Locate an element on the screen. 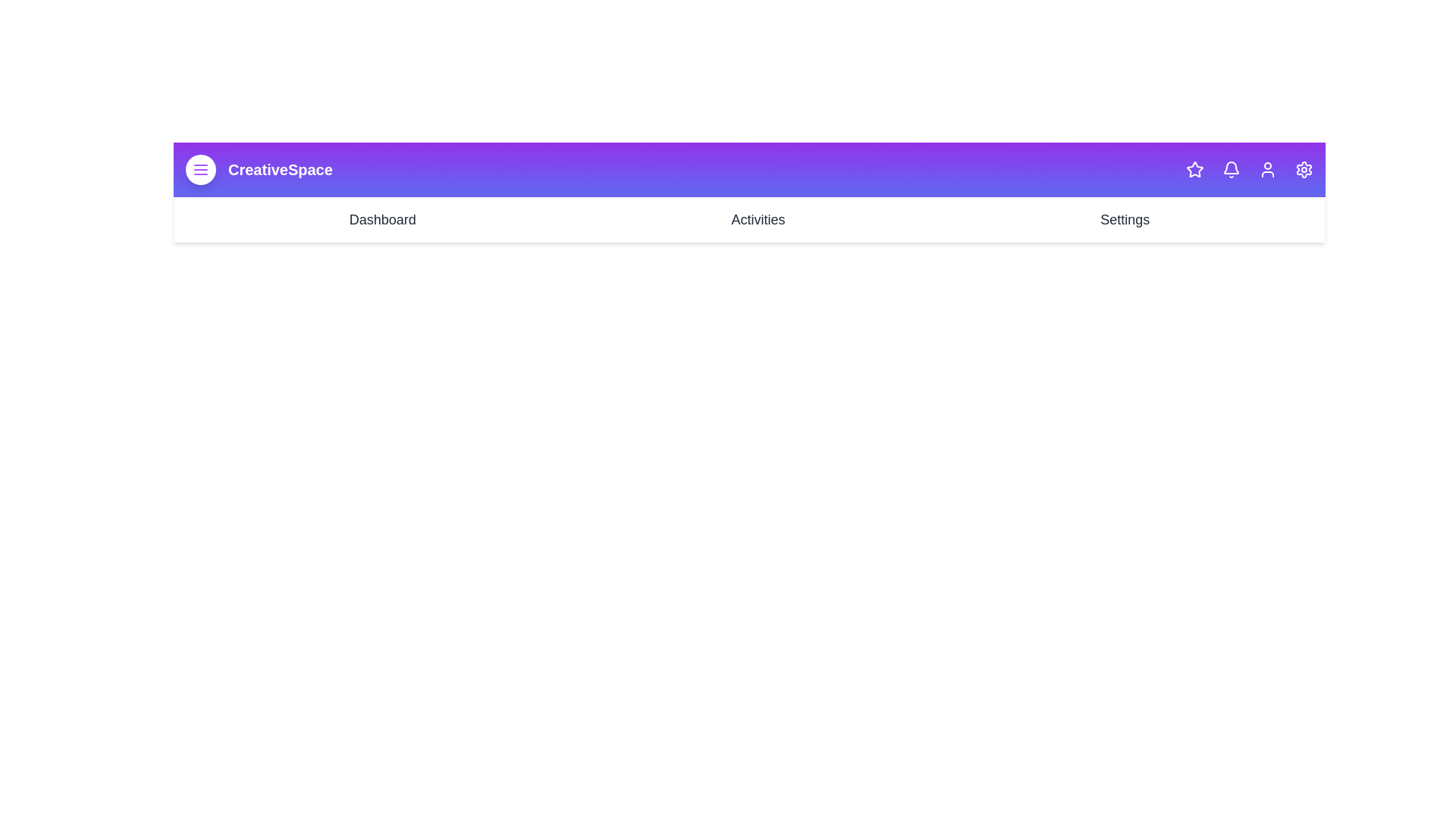  the user icon in the CreativeAppBar is located at coordinates (1267, 169).